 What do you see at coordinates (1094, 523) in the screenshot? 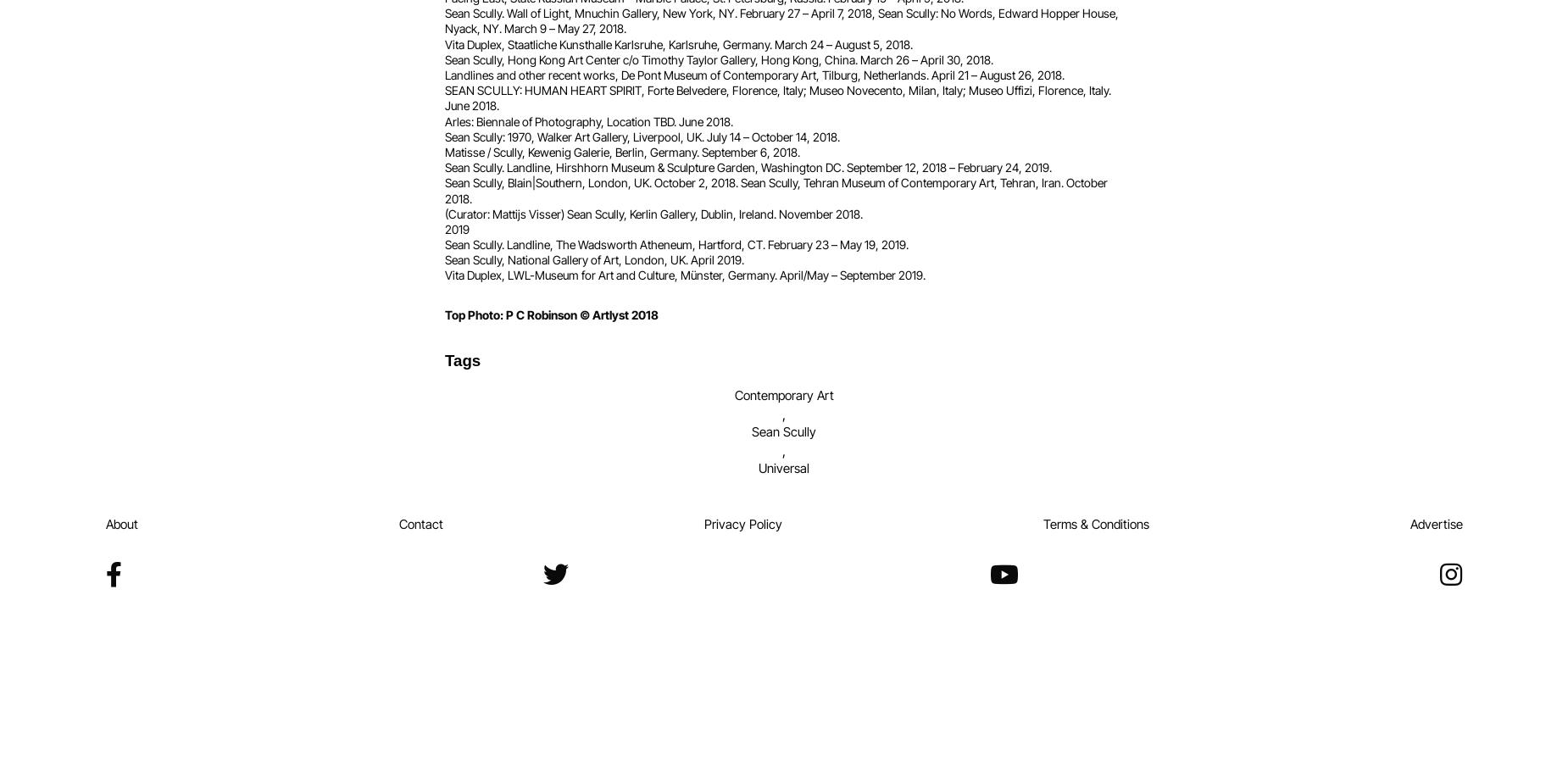
I see `'Terms & Conditions'` at bounding box center [1094, 523].